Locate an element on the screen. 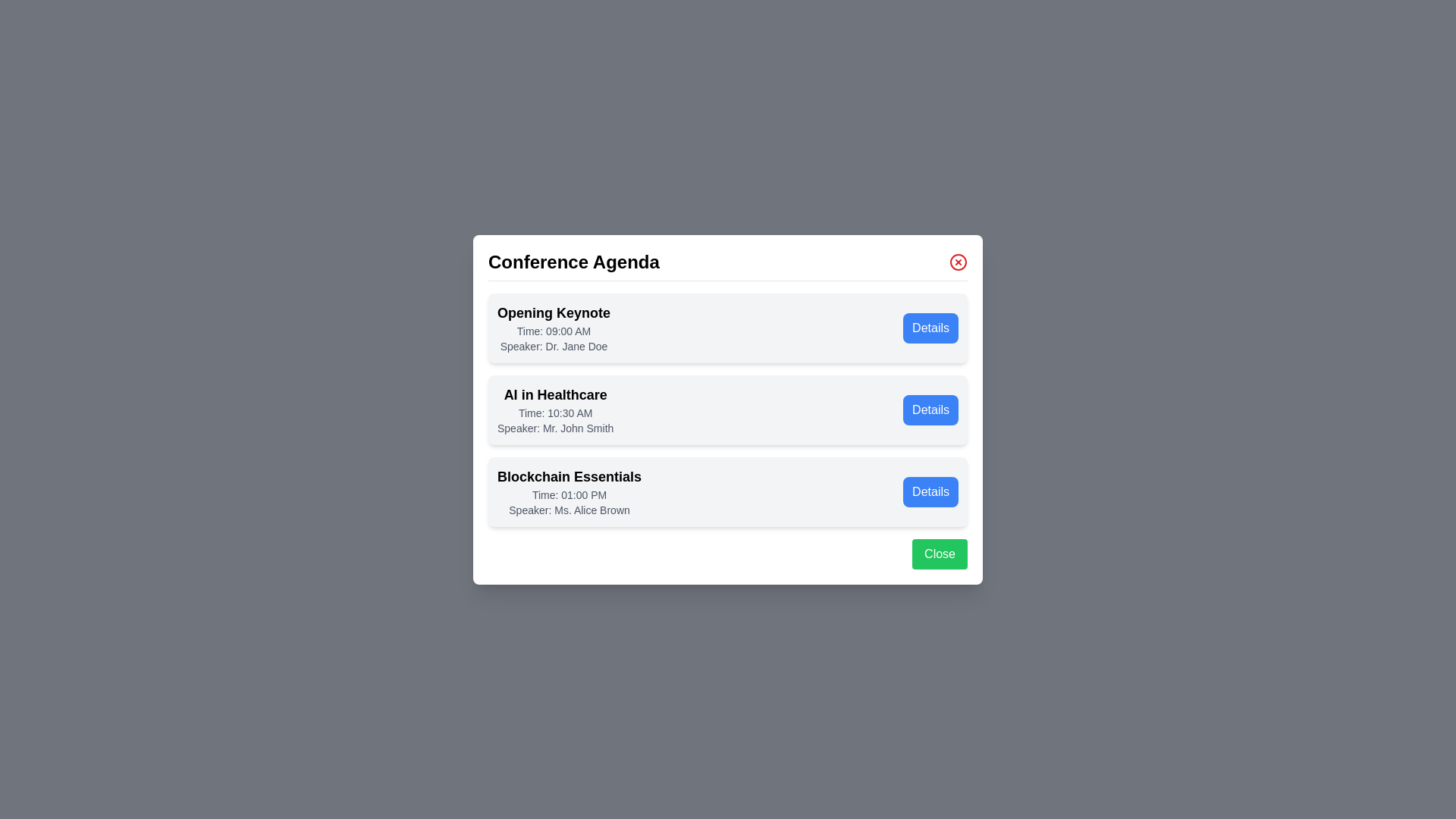  the agenda item AI in Healthcare to observe its hover effect is located at coordinates (728, 409).